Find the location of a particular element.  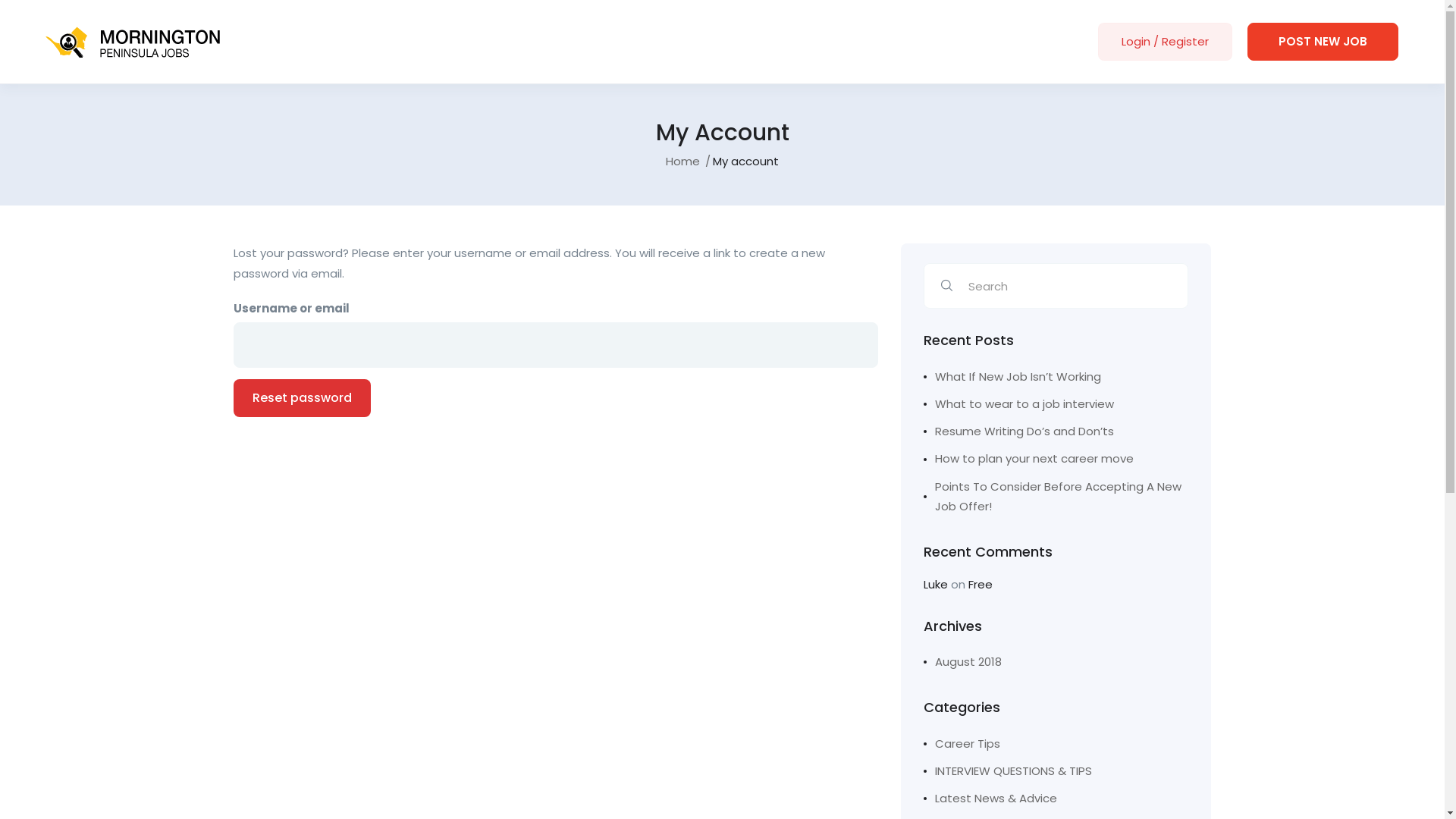

'Login / Register' is located at coordinates (1164, 40).